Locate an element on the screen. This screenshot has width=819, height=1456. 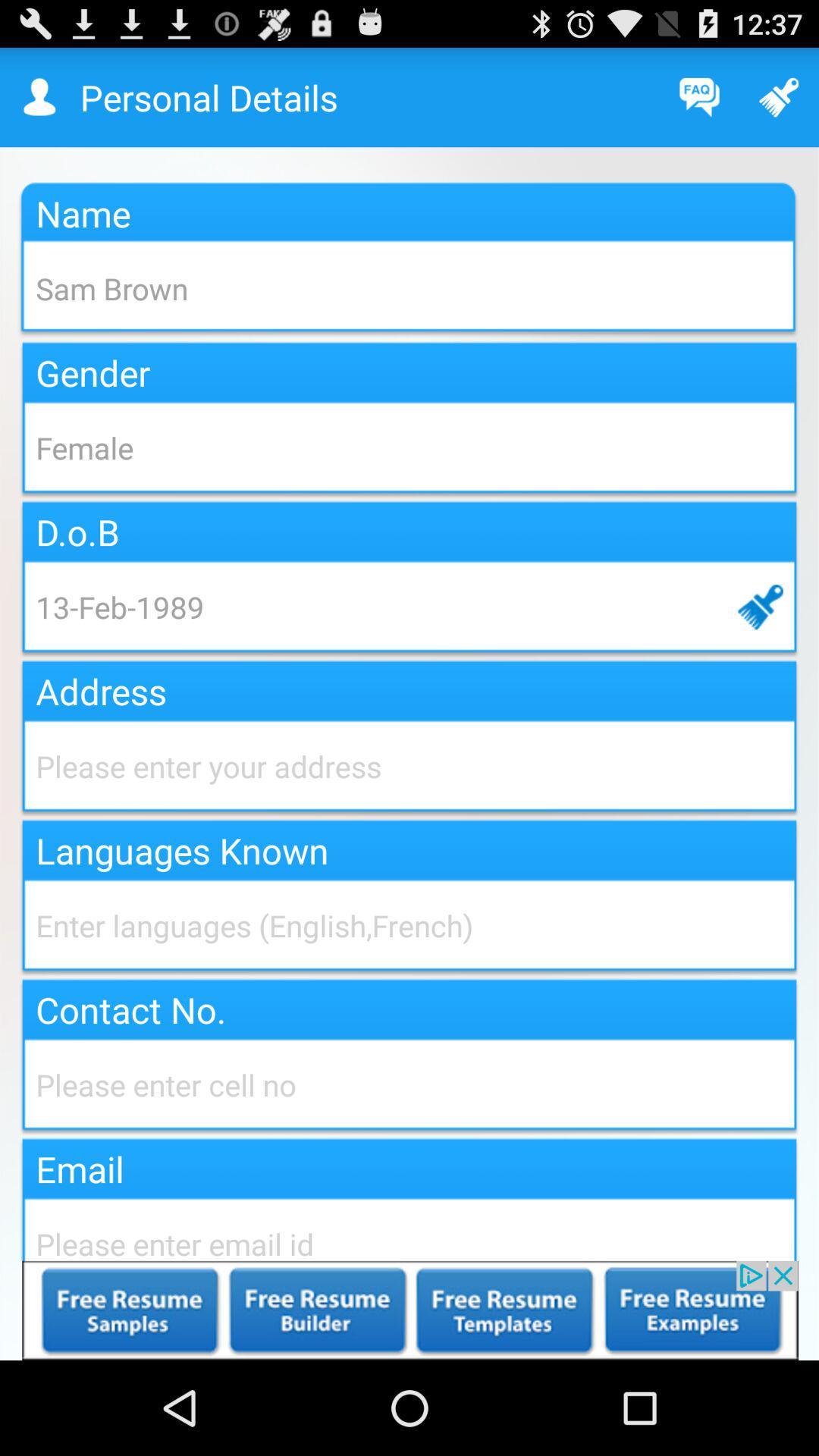
your email address is located at coordinates (409, 1227).